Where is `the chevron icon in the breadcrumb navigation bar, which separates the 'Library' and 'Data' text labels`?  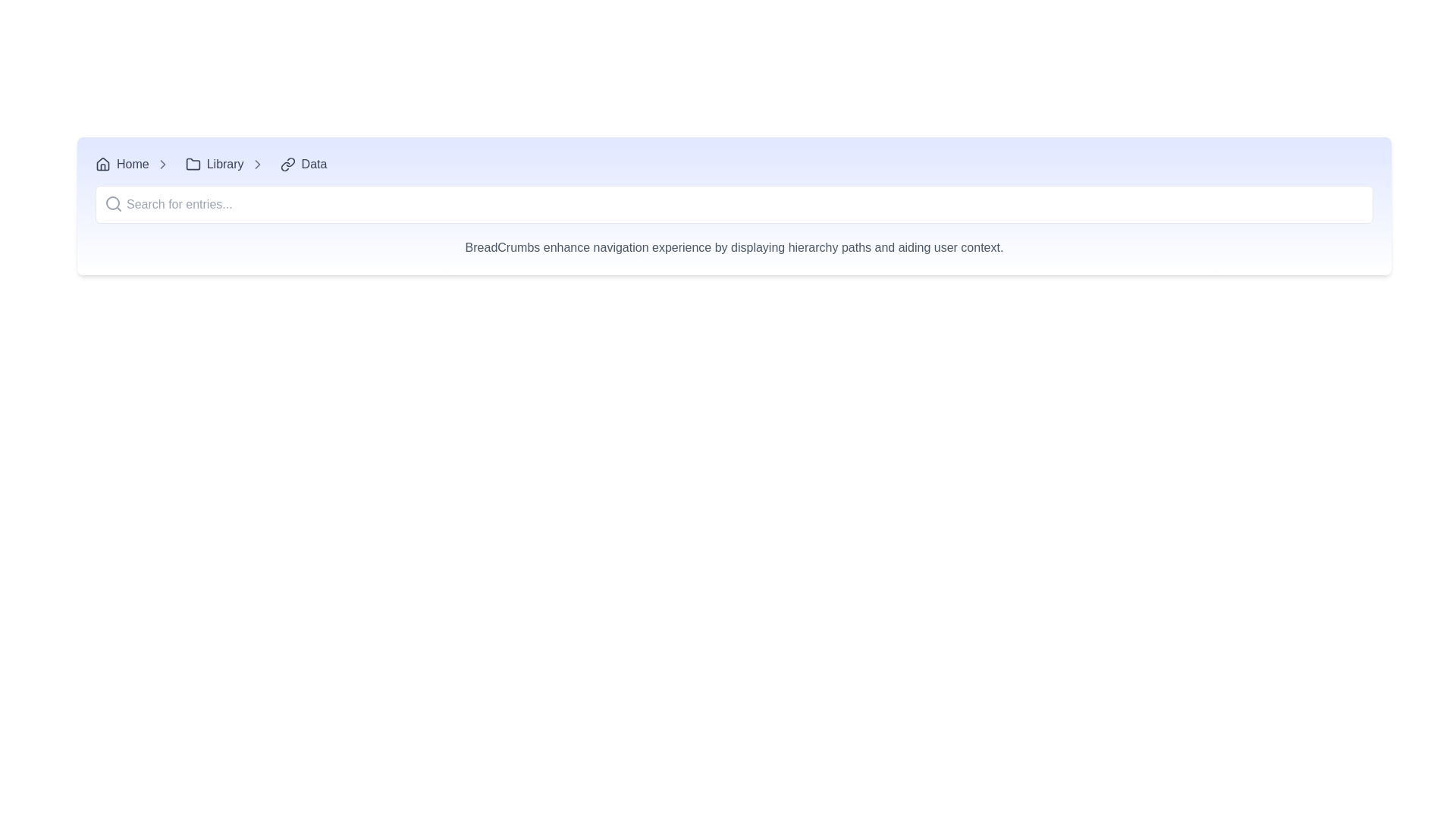 the chevron icon in the breadcrumb navigation bar, which separates the 'Library' and 'Data' text labels is located at coordinates (162, 164).